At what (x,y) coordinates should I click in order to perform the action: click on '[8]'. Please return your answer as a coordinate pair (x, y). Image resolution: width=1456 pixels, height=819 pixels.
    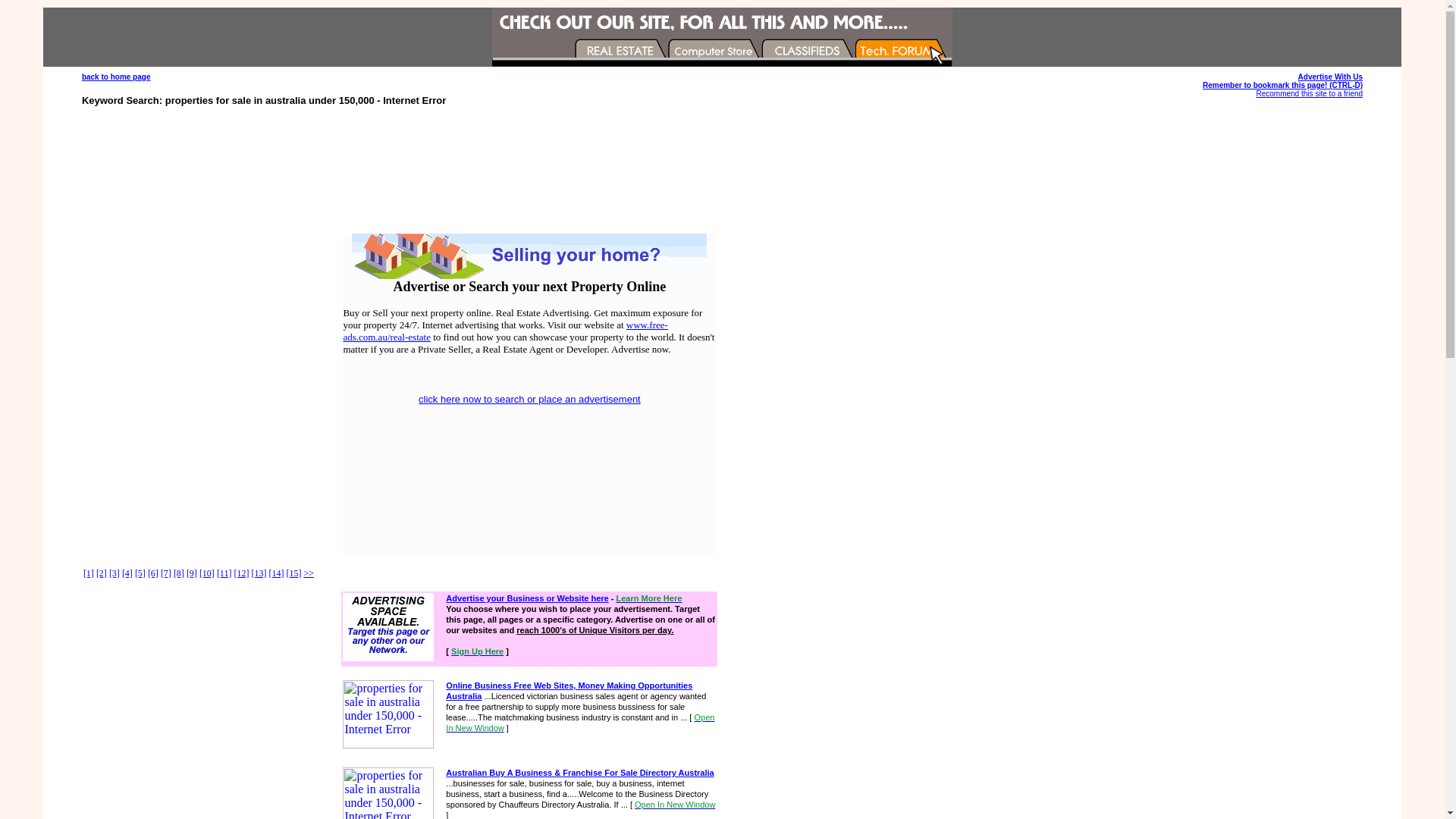
    Looking at the image, I should click on (178, 573).